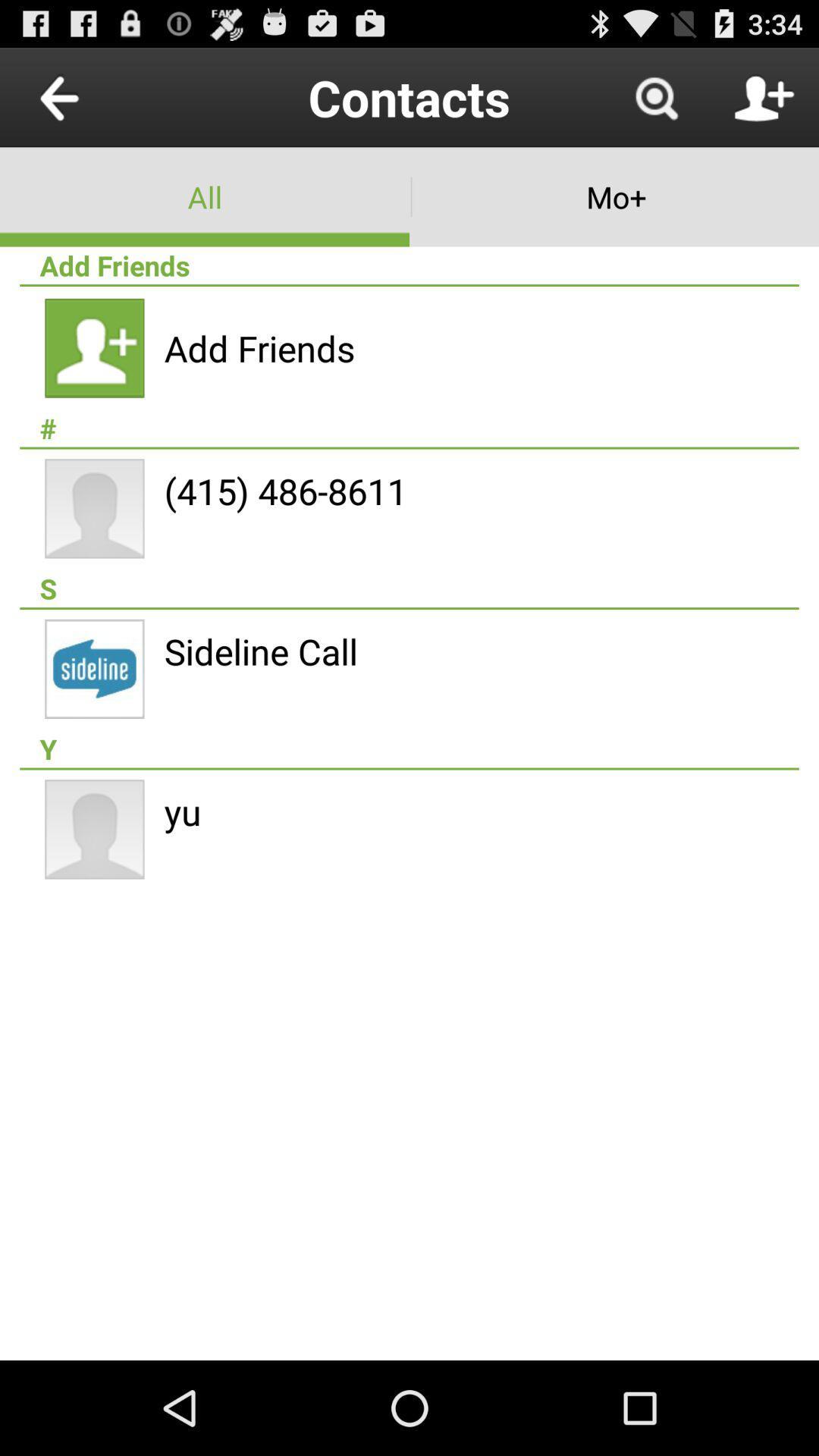 This screenshot has width=819, height=1456. I want to click on app above the add friends, so click(205, 196).